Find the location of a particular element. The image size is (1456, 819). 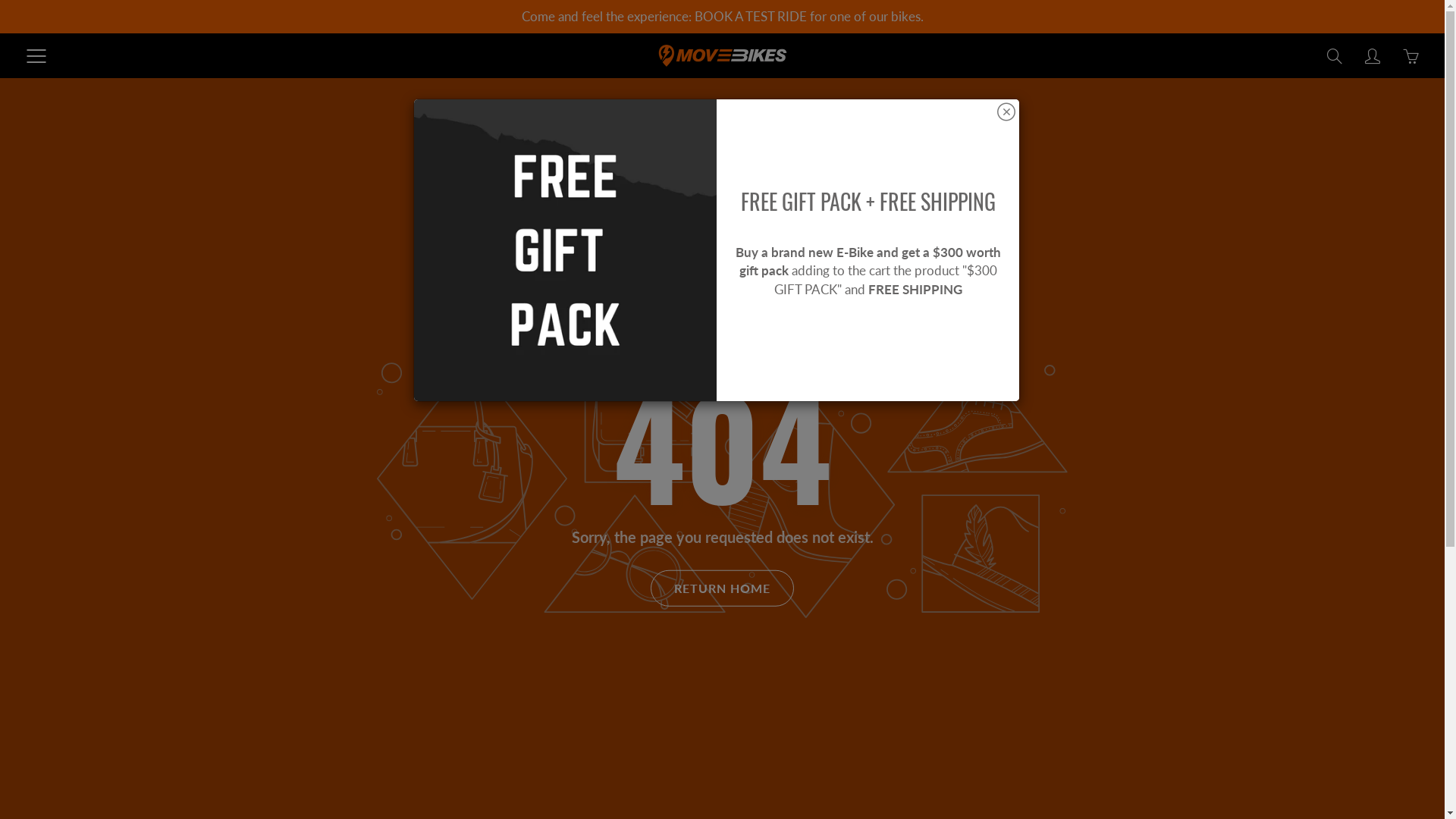

'RETURN HOME' is located at coordinates (721, 587).